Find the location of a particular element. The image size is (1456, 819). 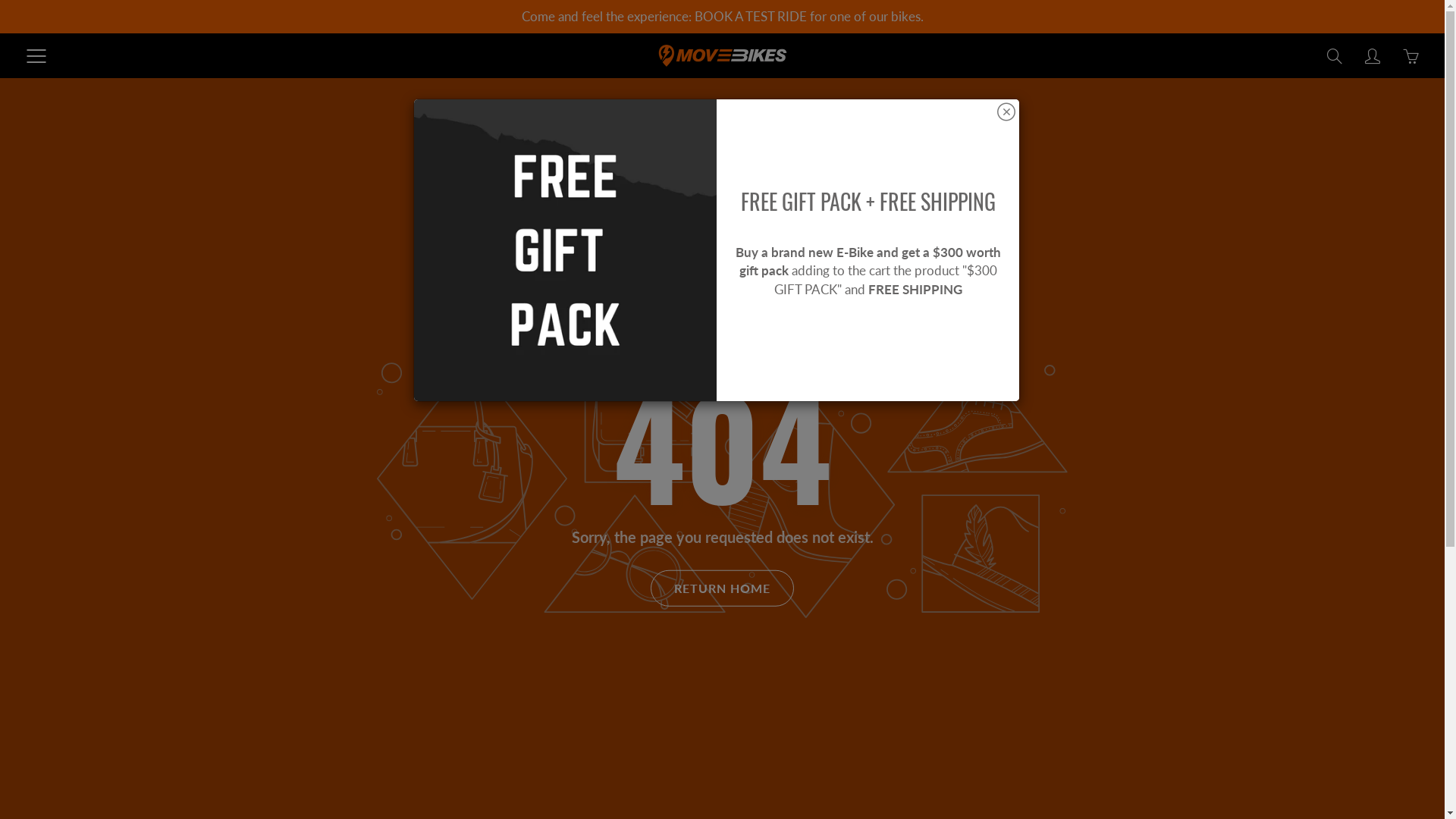

'RETURN HOME' is located at coordinates (721, 587).